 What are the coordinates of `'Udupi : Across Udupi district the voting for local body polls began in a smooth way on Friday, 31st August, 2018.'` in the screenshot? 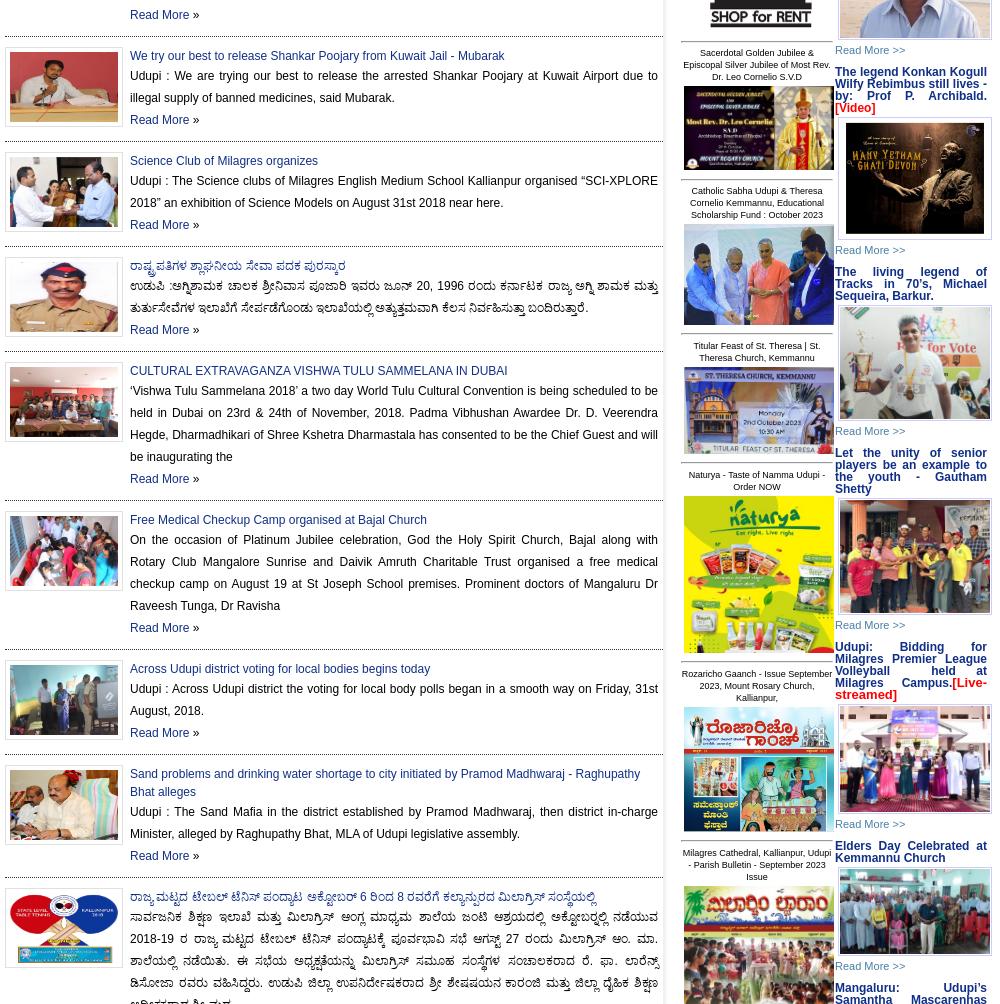 It's located at (394, 698).